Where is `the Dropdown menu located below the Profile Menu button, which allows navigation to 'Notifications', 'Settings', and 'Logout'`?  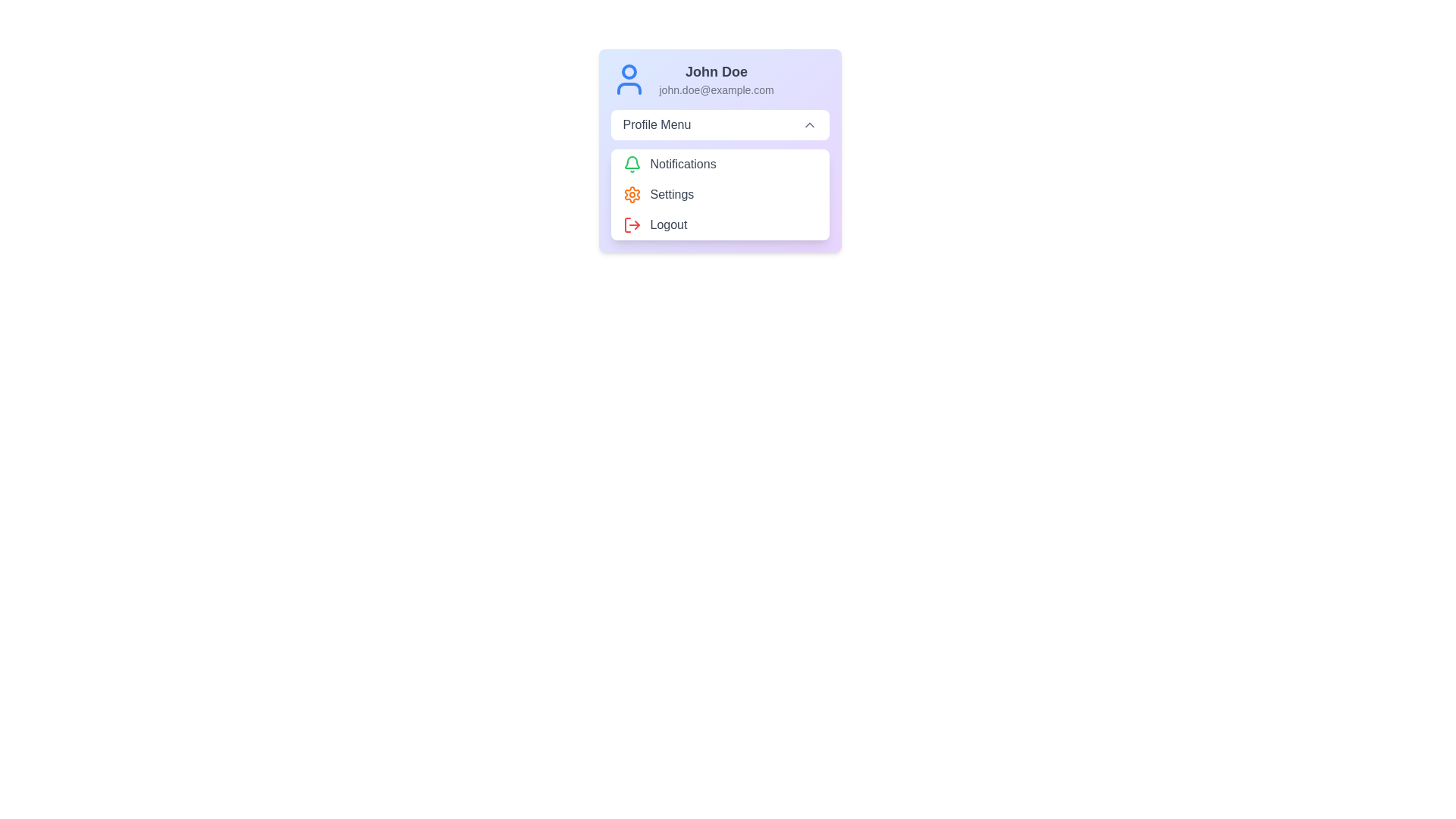
the Dropdown menu located below the Profile Menu button, which allows navigation to 'Notifications', 'Settings', and 'Logout' is located at coordinates (719, 194).